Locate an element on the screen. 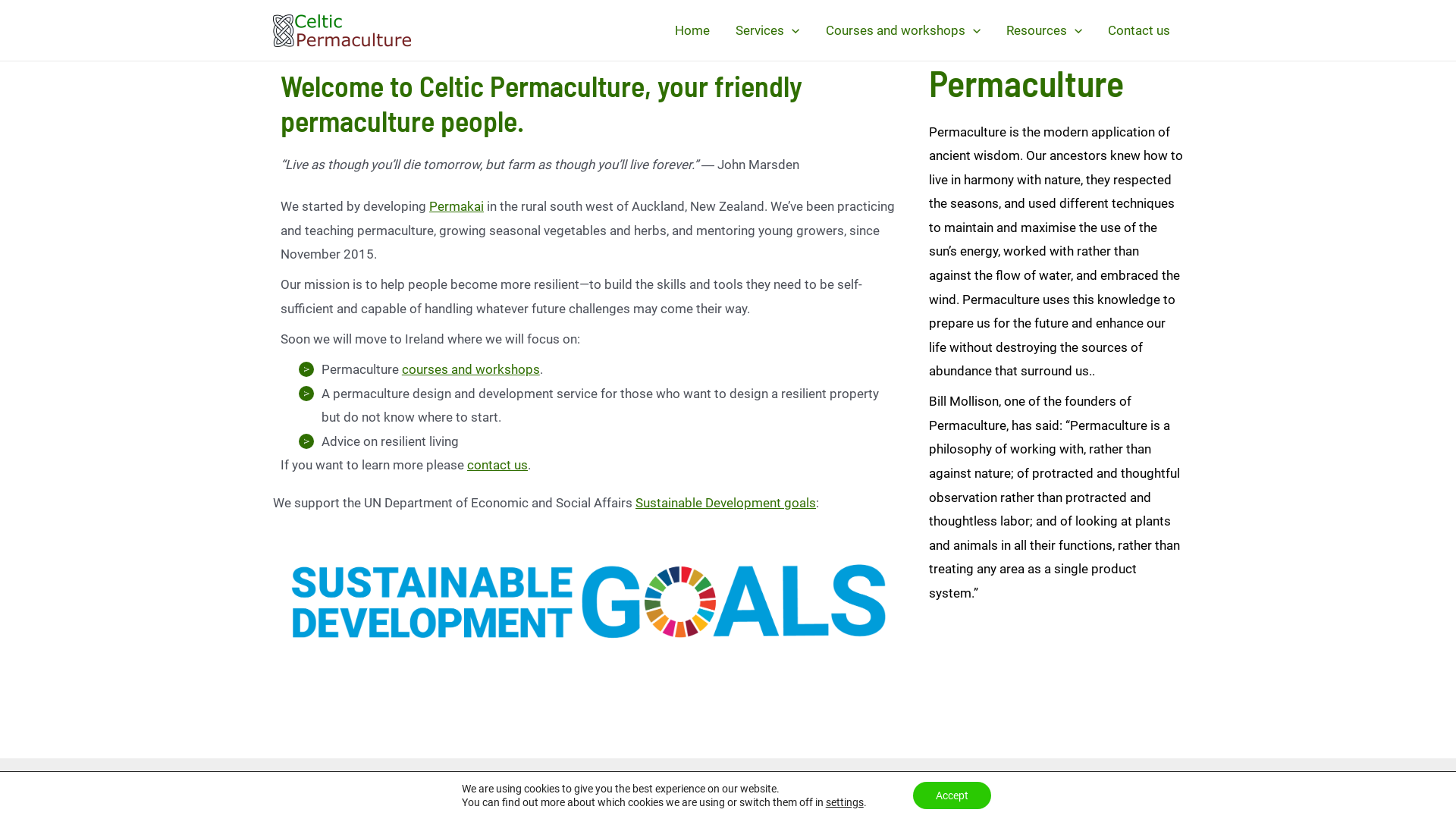 This screenshot has height=819, width=1456. 'Resources' is located at coordinates (1043, 30).